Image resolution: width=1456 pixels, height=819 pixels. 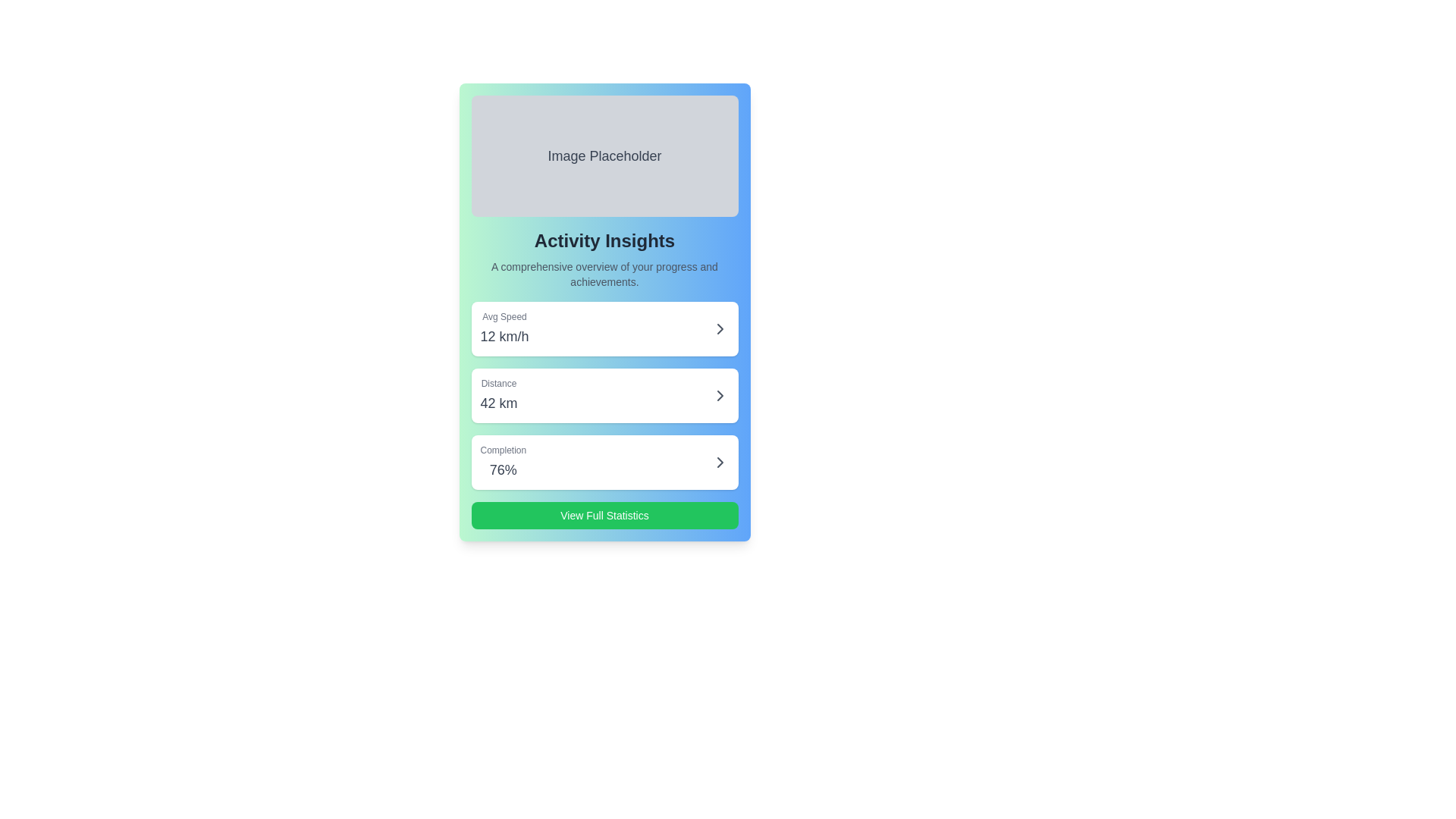 I want to click on the label displaying '76%' which is styled in bold gray text and positioned below the 'Completion' label, so click(x=503, y=469).